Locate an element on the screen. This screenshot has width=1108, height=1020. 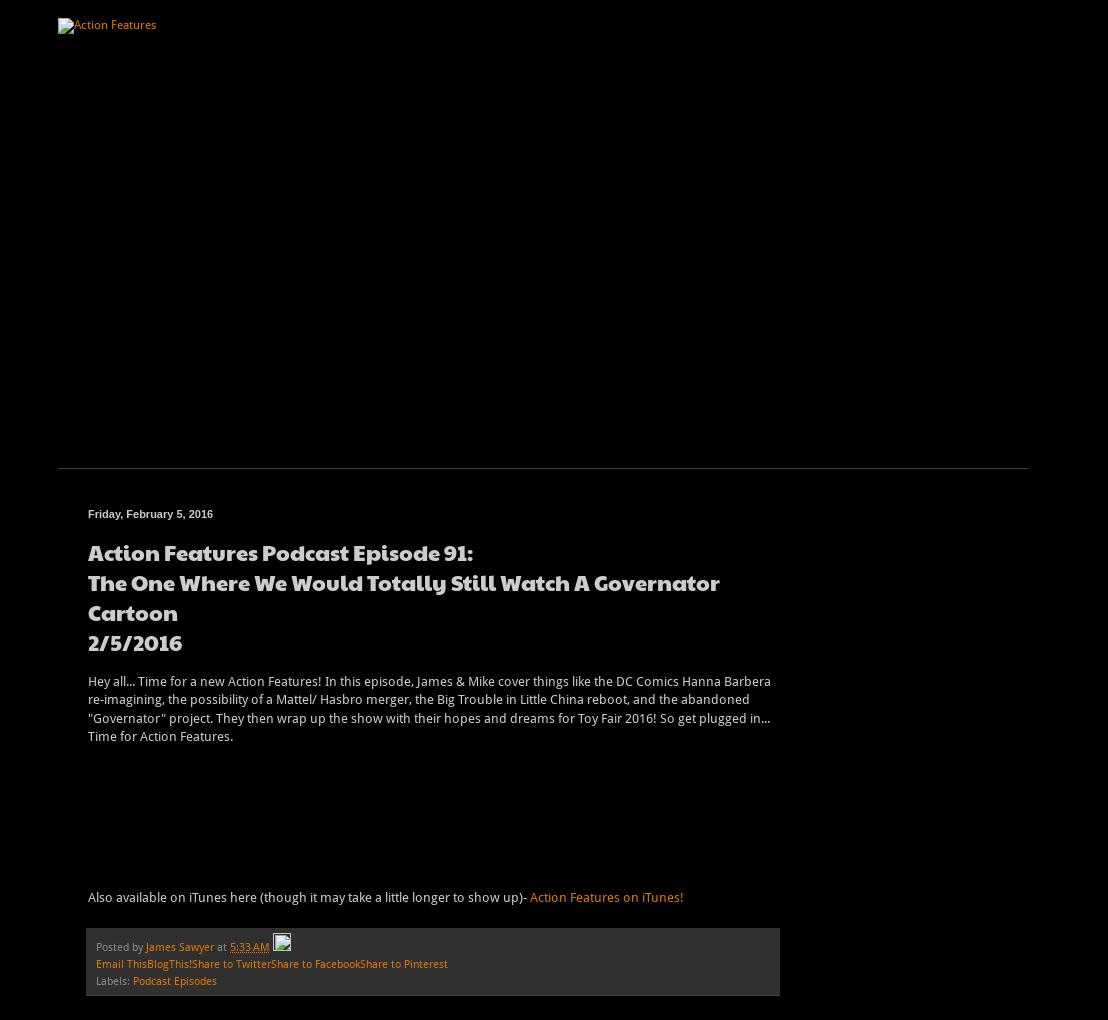
'Friday, February 5, 2016' is located at coordinates (149, 512).